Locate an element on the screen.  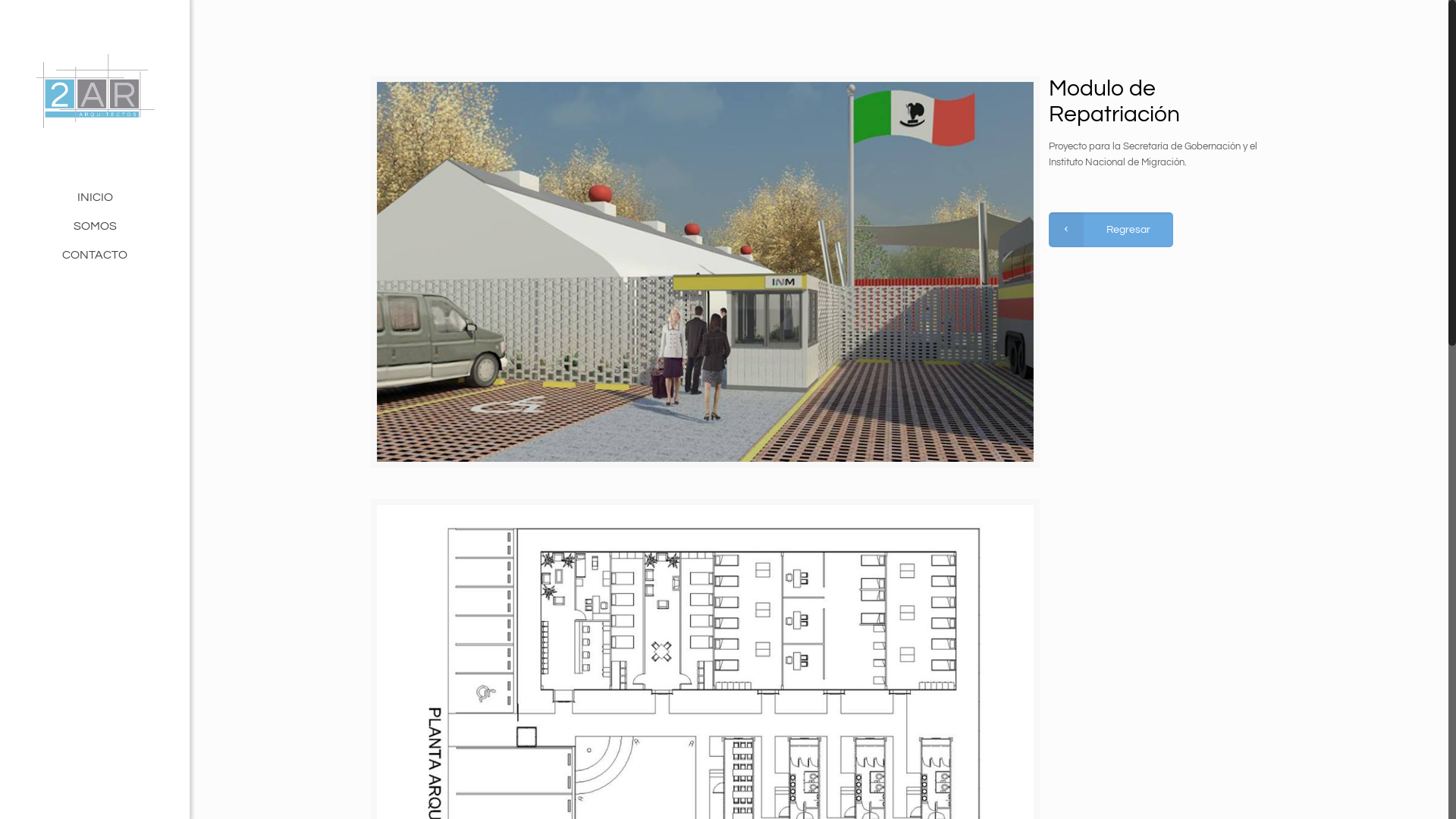
'Regresar' is located at coordinates (1110, 230).